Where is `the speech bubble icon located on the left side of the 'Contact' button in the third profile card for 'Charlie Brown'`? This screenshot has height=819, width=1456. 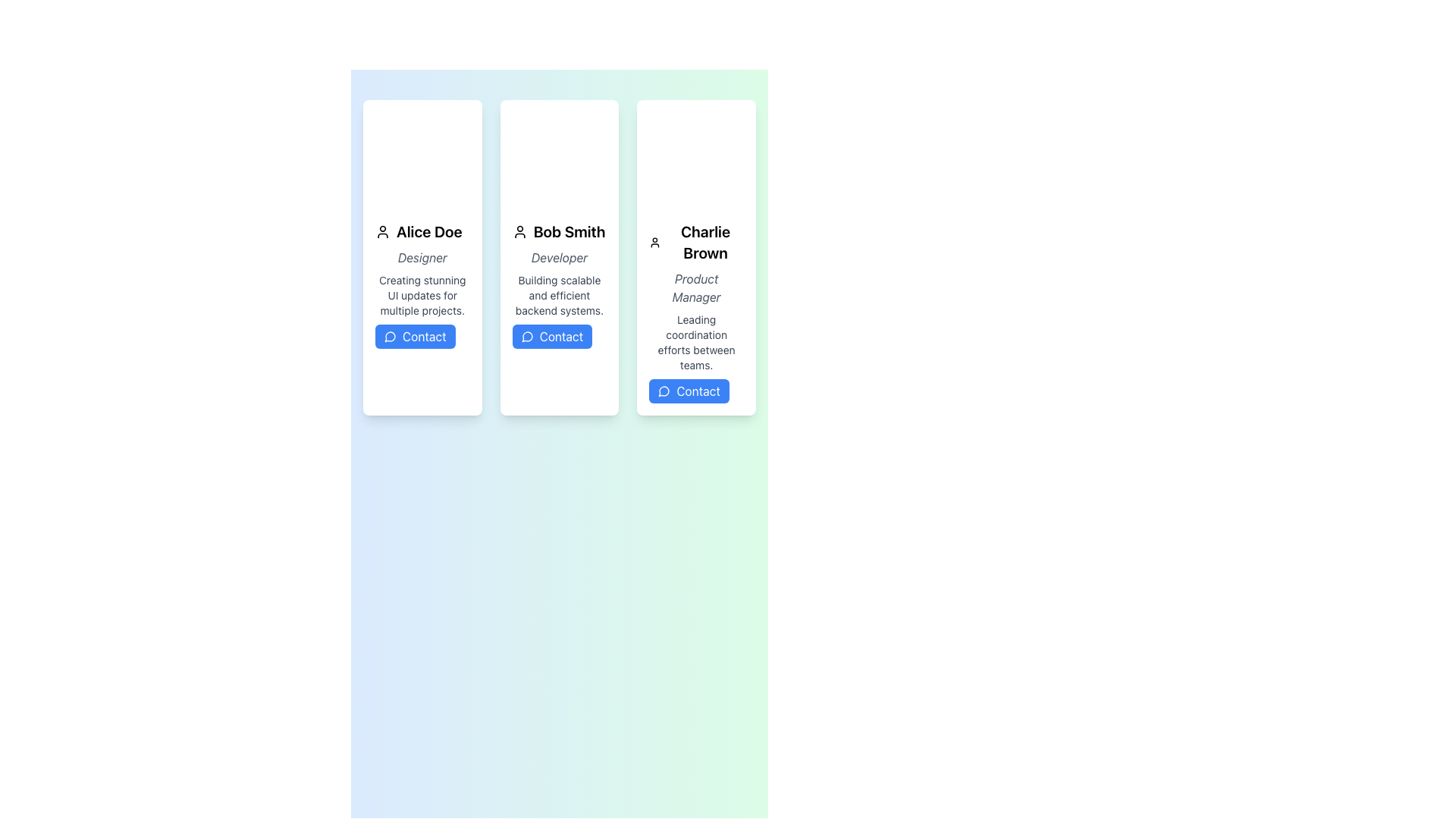 the speech bubble icon located on the left side of the 'Contact' button in the third profile card for 'Charlie Brown' is located at coordinates (664, 391).